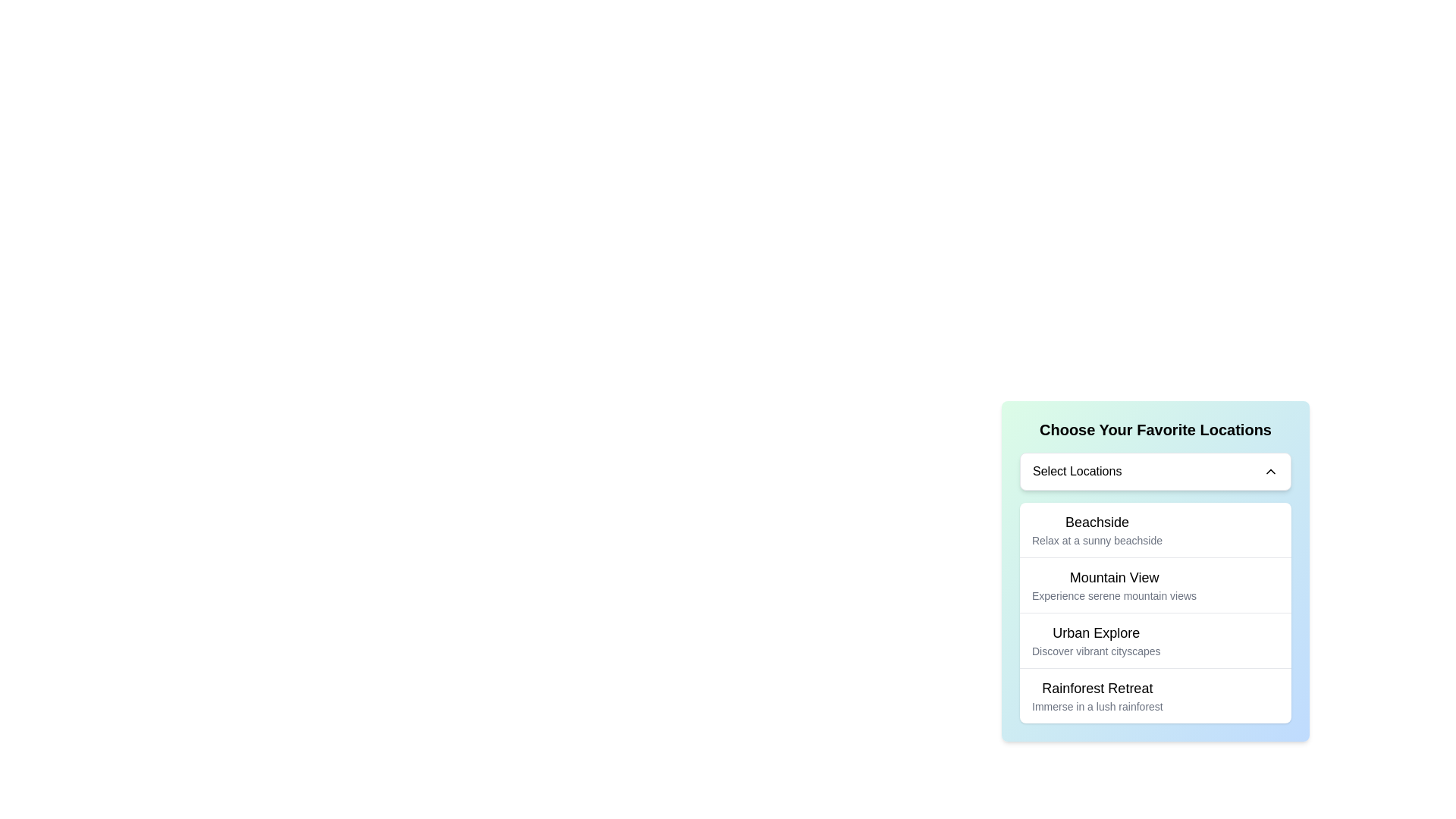  What do you see at coordinates (1154, 584) in the screenshot?
I see `the 'Mountain View' option in the selection list` at bounding box center [1154, 584].